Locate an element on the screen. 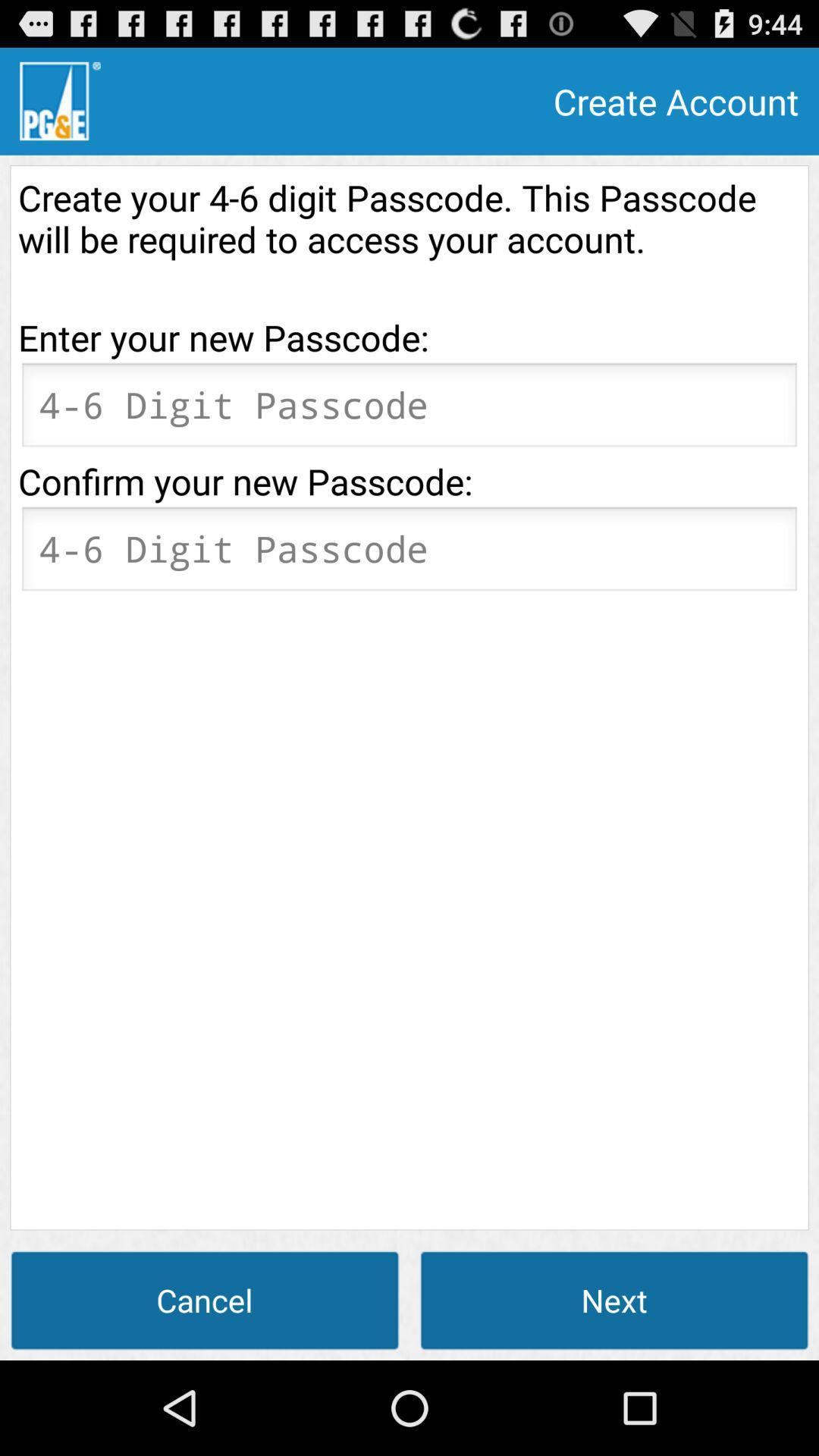 Image resolution: width=819 pixels, height=1456 pixels. the next item is located at coordinates (614, 1299).